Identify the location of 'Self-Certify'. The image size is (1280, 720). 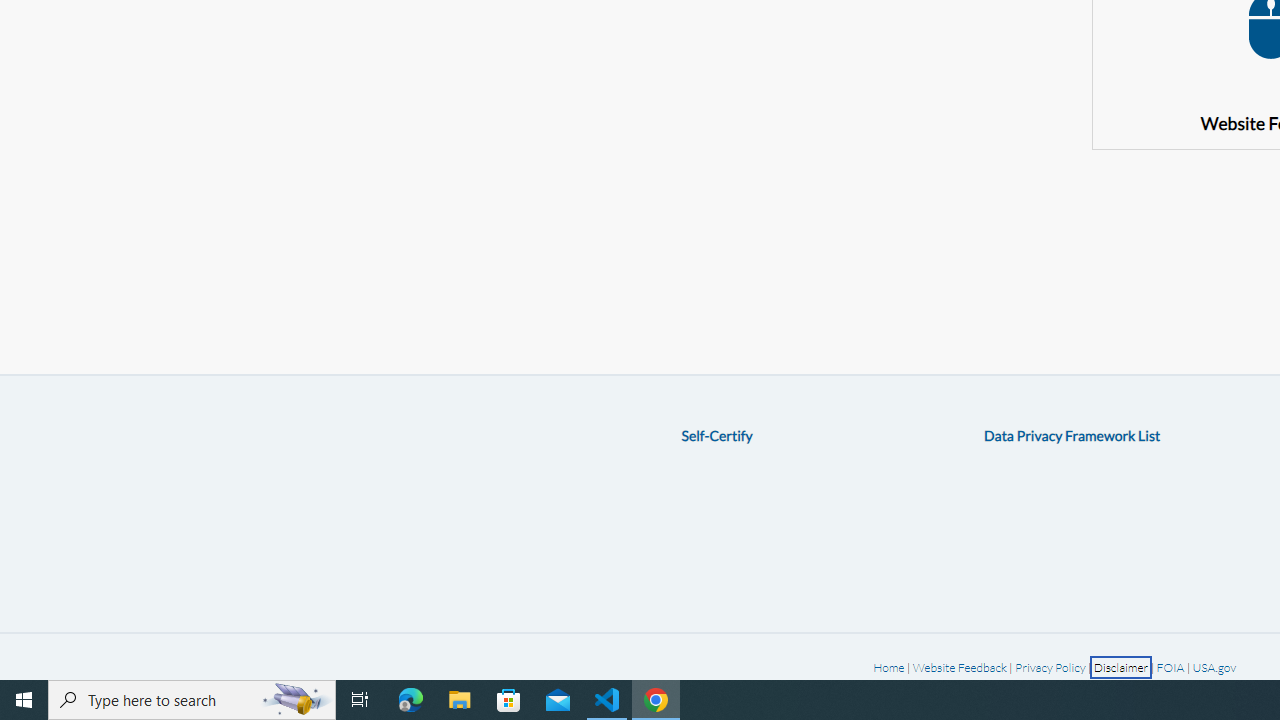
(716, 434).